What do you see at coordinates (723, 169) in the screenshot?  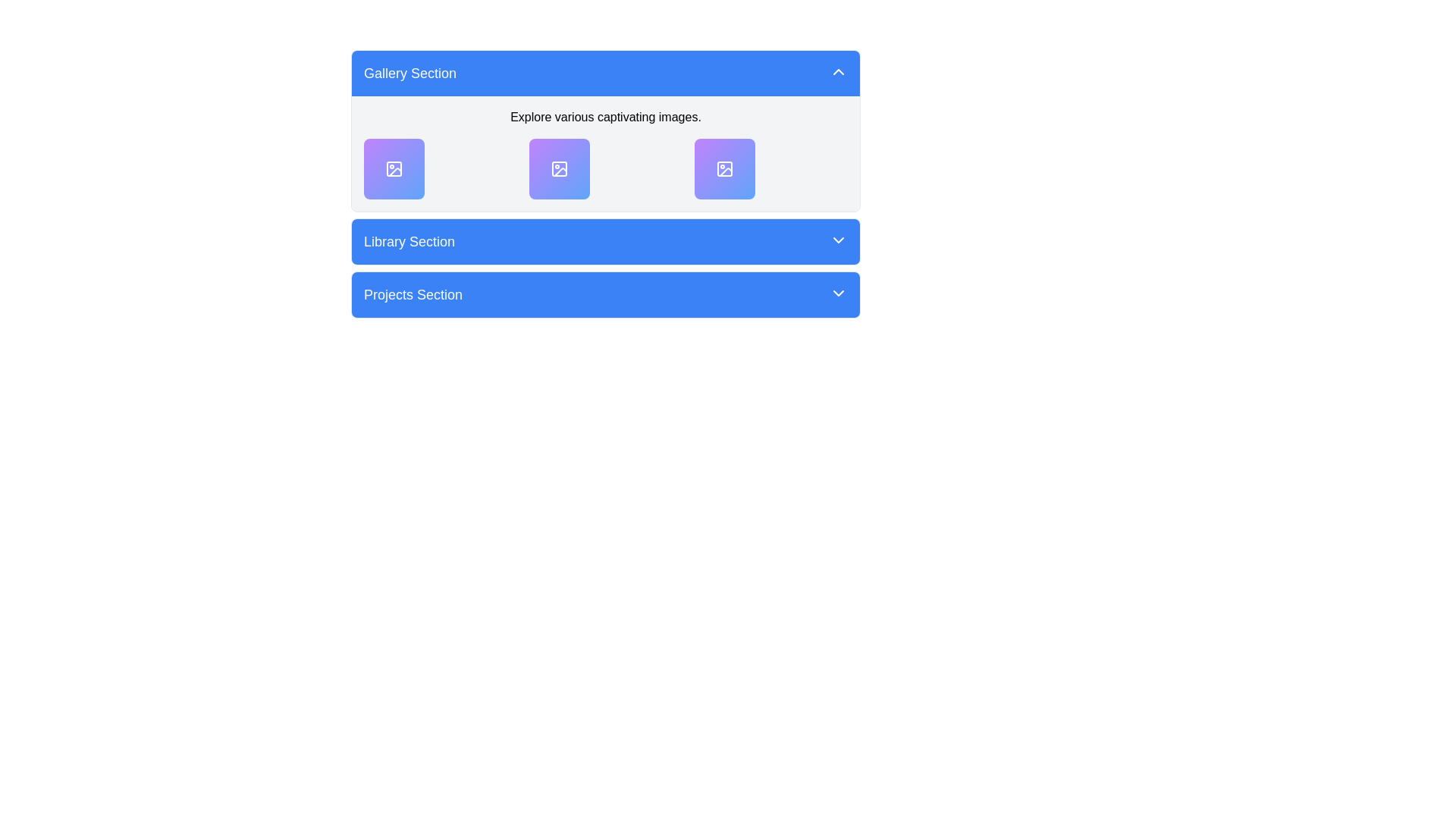 I see `the third button in the Gallery Section, which is designed` at bounding box center [723, 169].